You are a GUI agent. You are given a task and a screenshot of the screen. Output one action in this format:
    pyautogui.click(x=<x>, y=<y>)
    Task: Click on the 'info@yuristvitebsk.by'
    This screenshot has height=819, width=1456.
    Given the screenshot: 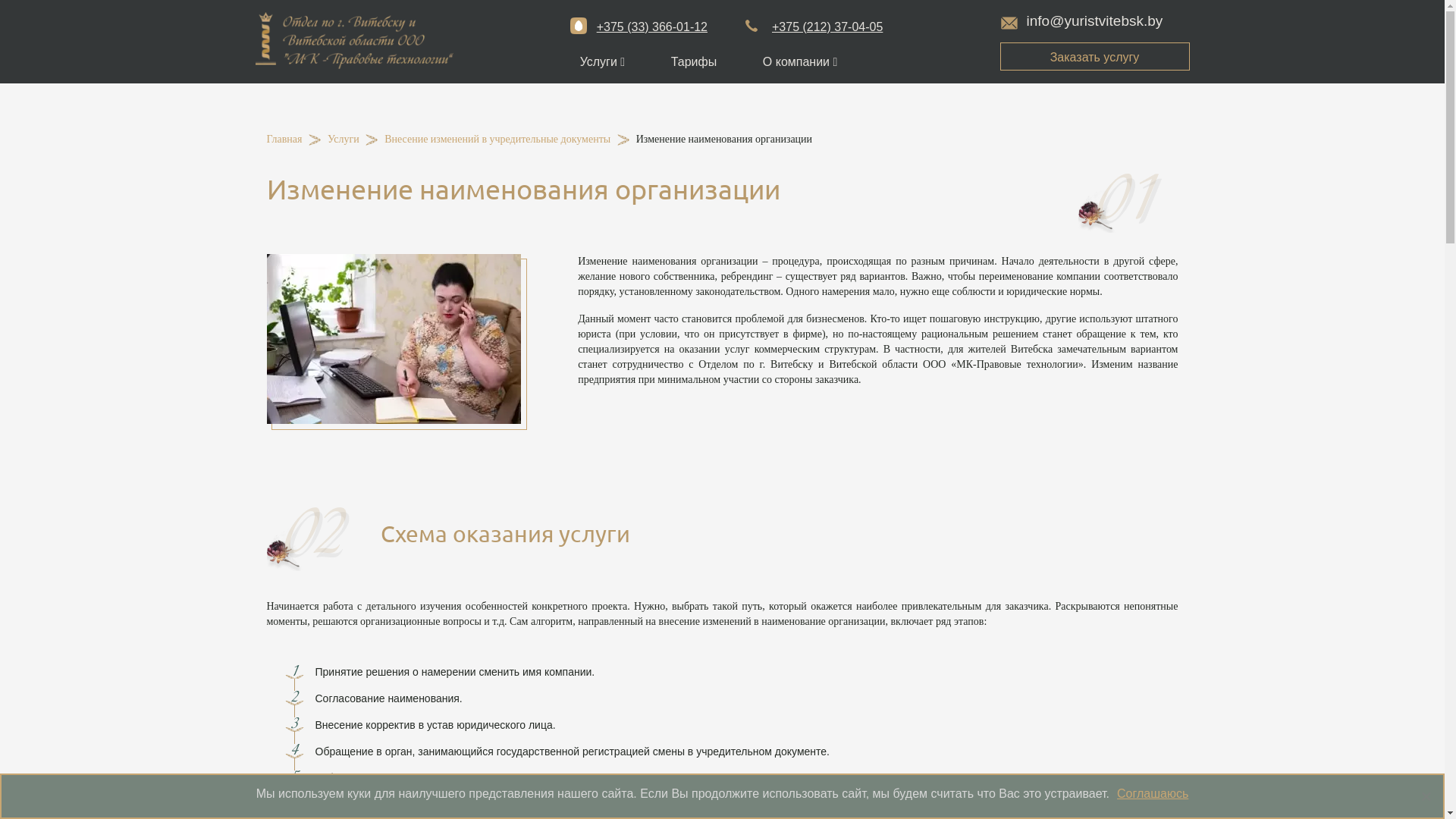 What is the action you would take?
    pyautogui.click(x=1080, y=20)
    